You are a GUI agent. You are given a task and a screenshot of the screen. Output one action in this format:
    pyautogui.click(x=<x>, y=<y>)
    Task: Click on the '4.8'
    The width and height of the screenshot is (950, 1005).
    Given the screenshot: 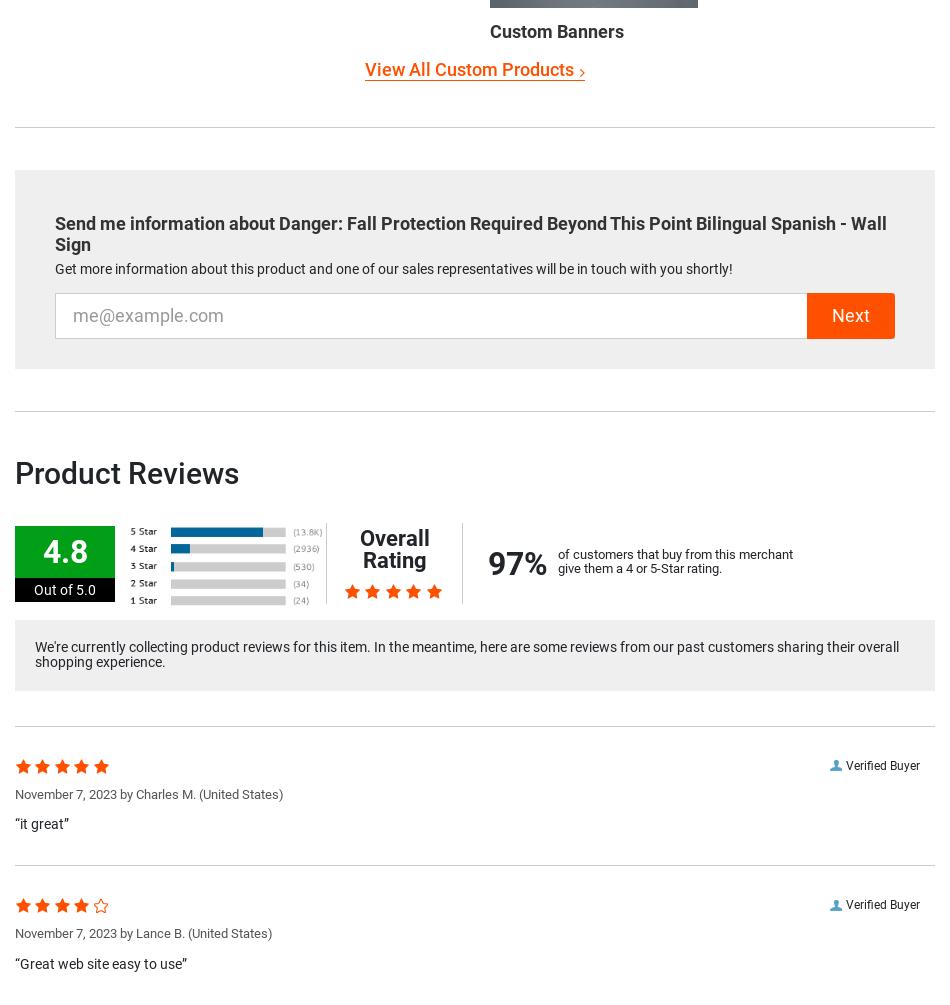 What is the action you would take?
    pyautogui.click(x=64, y=550)
    